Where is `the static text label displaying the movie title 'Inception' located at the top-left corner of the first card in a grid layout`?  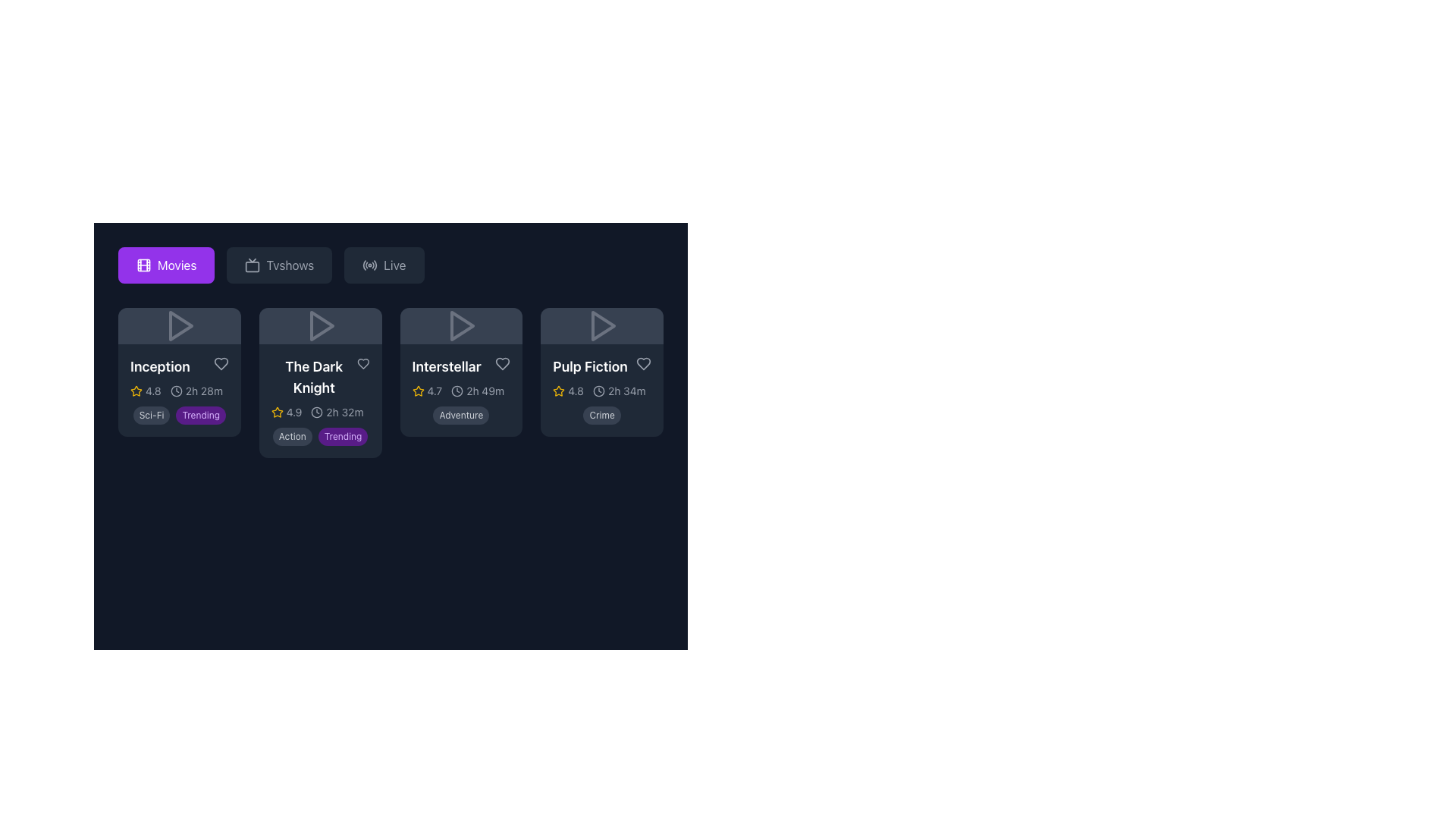 the static text label displaying the movie title 'Inception' located at the top-left corner of the first card in a grid layout is located at coordinates (160, 366).